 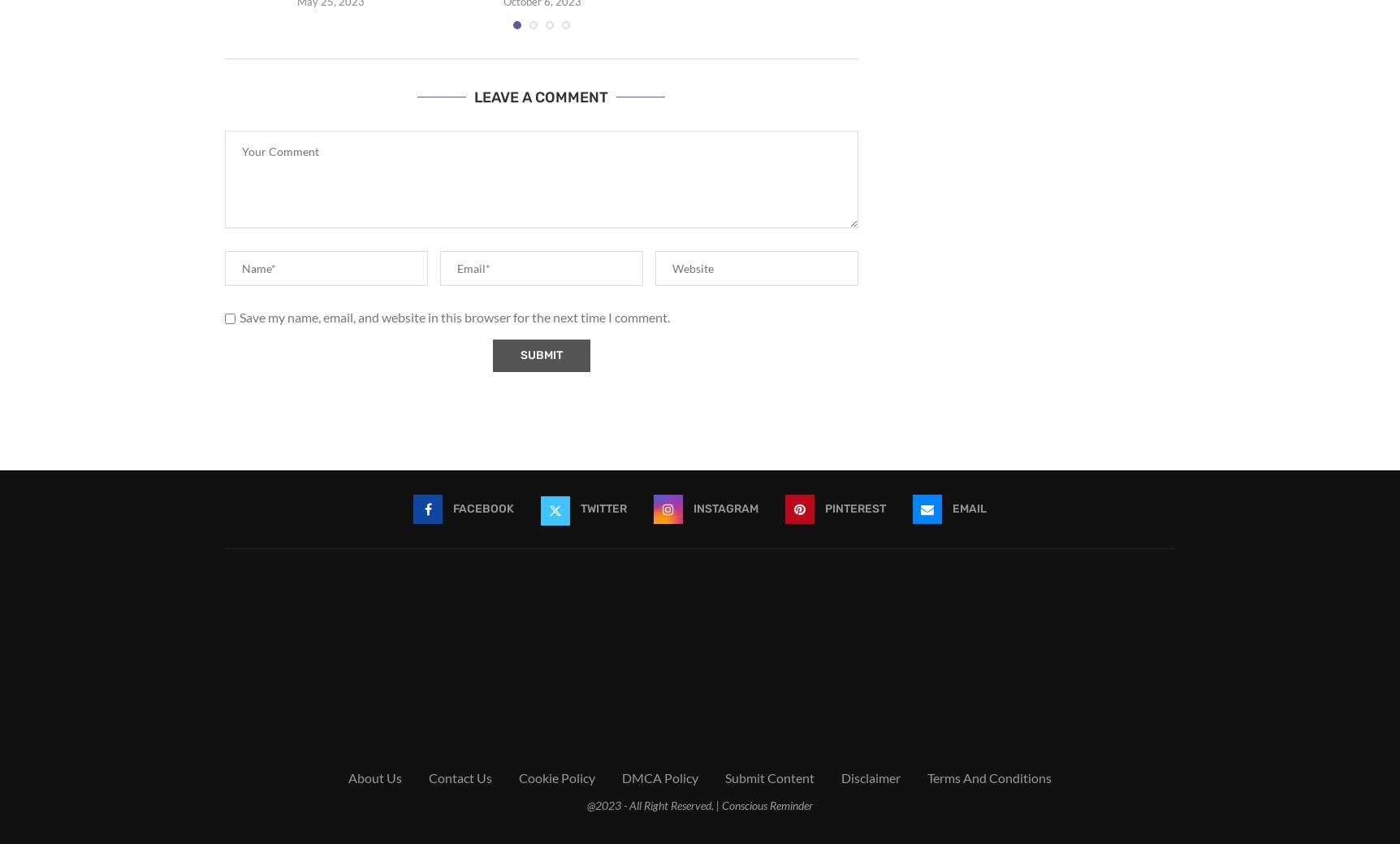 I want to click on 'DMCA Policy', so click(x=659, y=777).